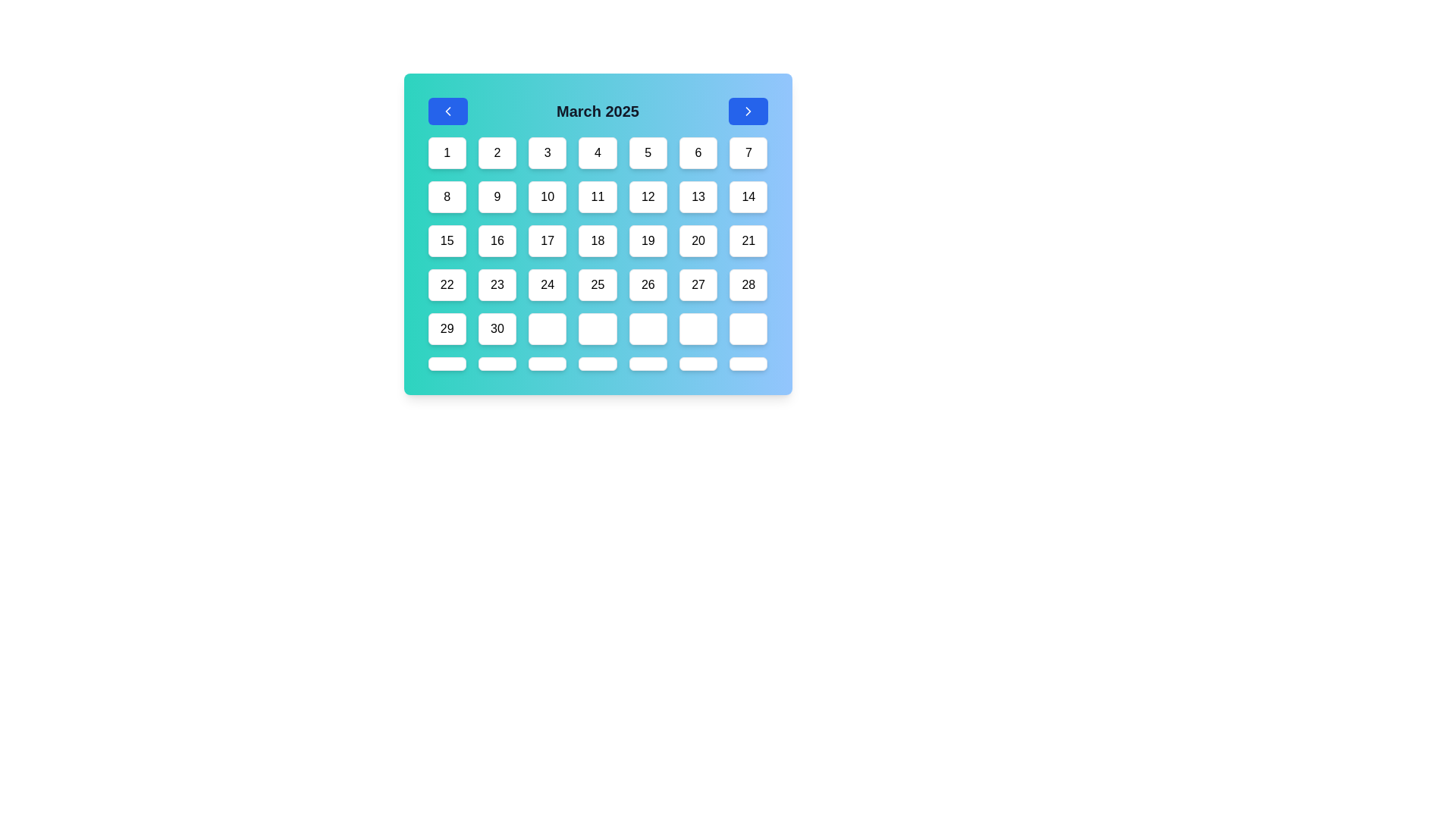  Describe the element at coordinates (597, 363) in the screenshot. I see `the visual style of the rectangular box with a smooth white background, curved border, and subtle shadow effect, located in the bottommost row, fourth from the left in a grid layout` at that location.